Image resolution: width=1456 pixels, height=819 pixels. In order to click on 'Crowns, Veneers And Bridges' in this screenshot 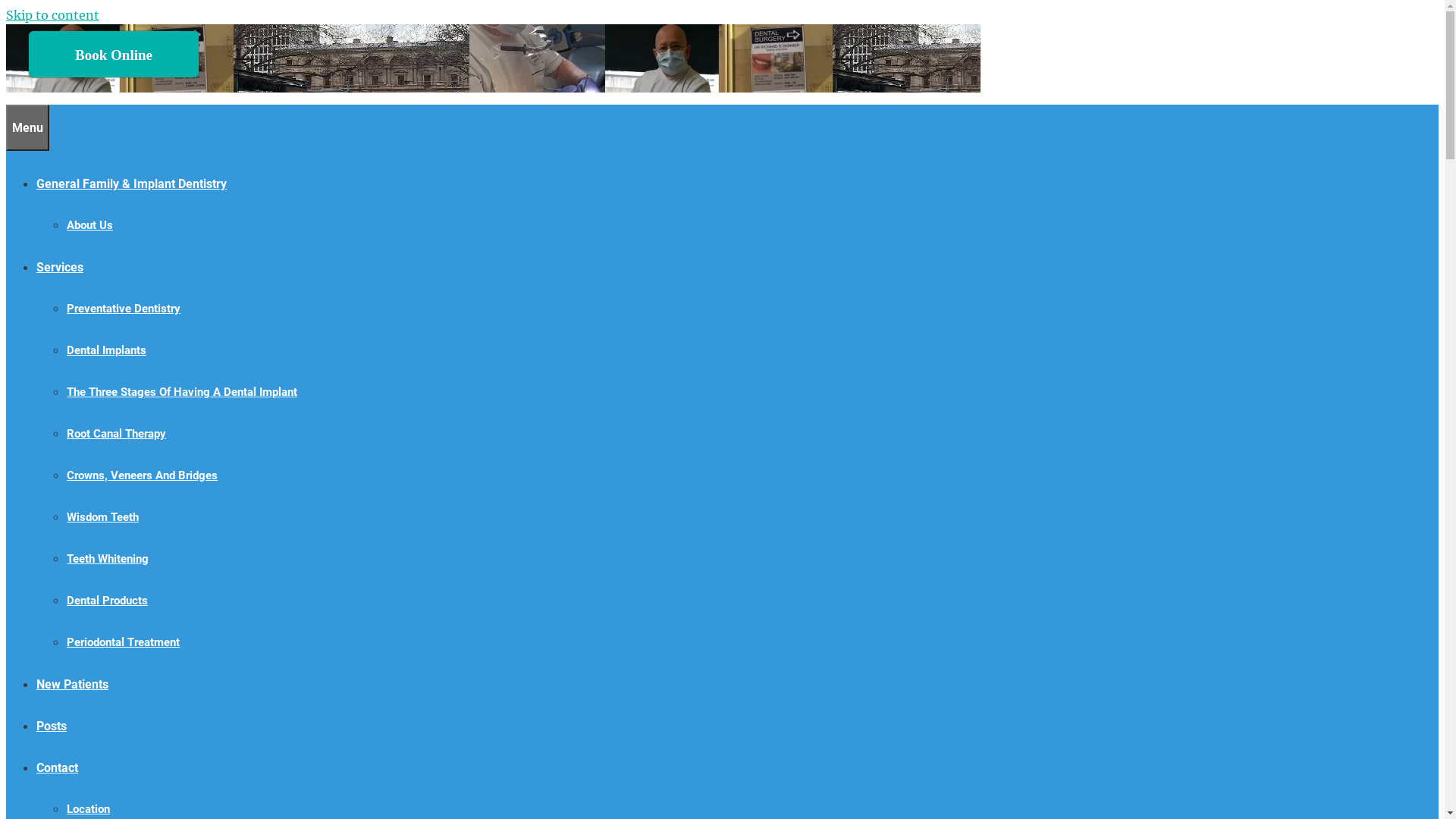, I will do `click(142, 475)`.